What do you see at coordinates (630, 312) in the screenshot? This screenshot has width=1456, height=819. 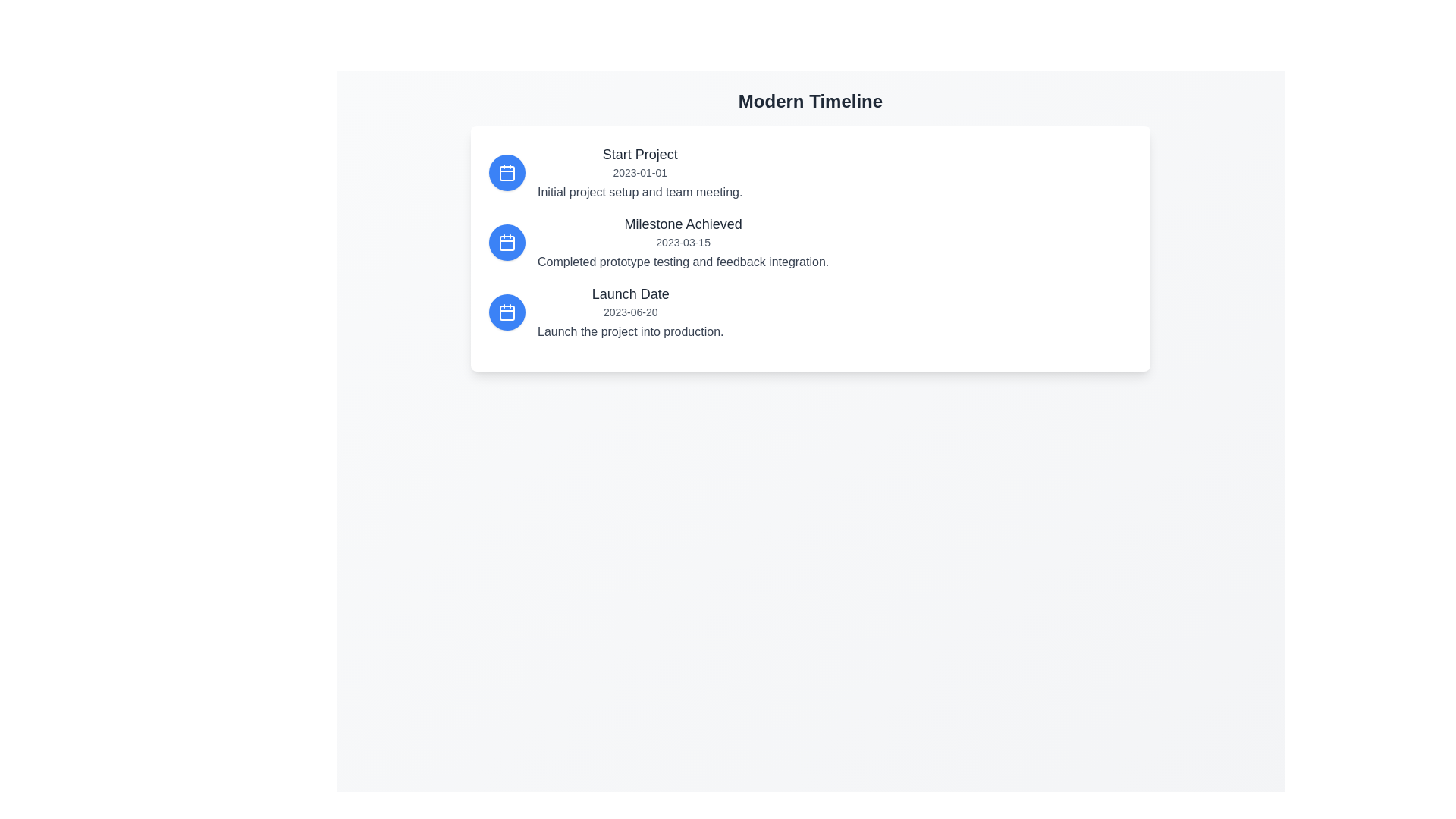 I see `information from the textual block containing 'Launch Date', the date '2023-06-20', and the description 'Launch the project into production.'` at bounding box center [630, 312].